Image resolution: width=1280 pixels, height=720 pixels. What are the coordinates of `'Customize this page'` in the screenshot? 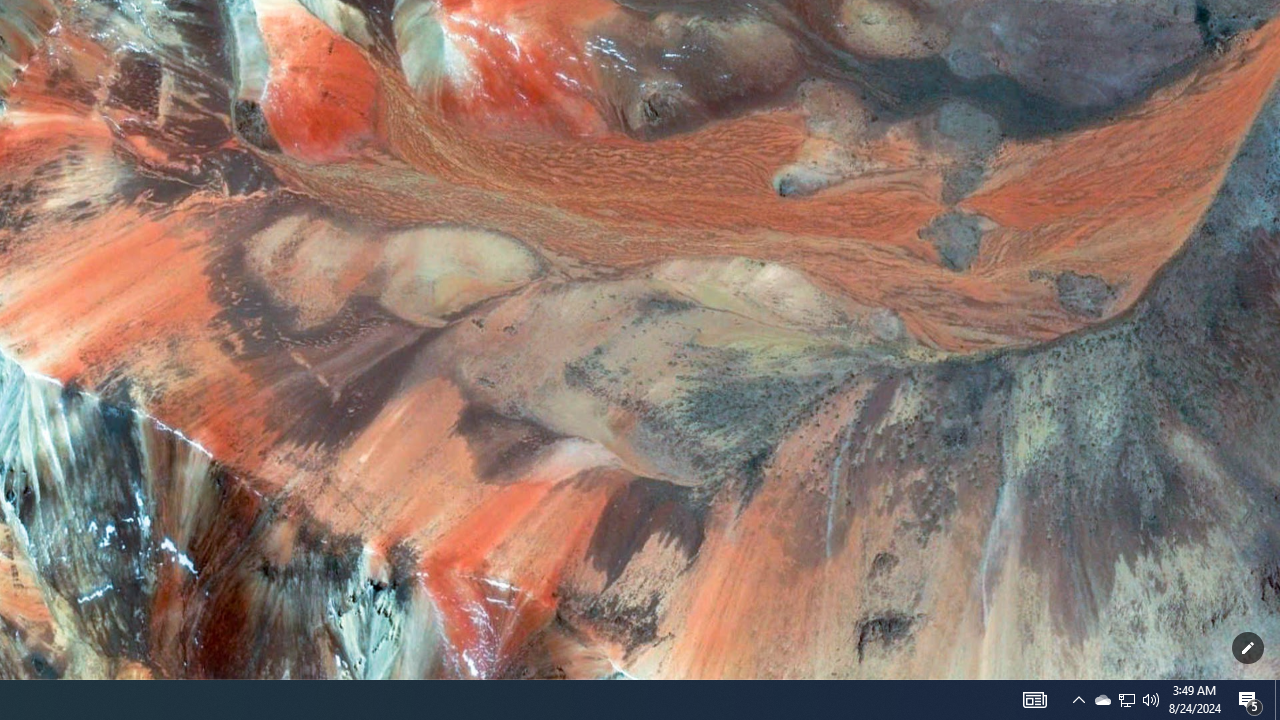 It's located at (1247, 648).